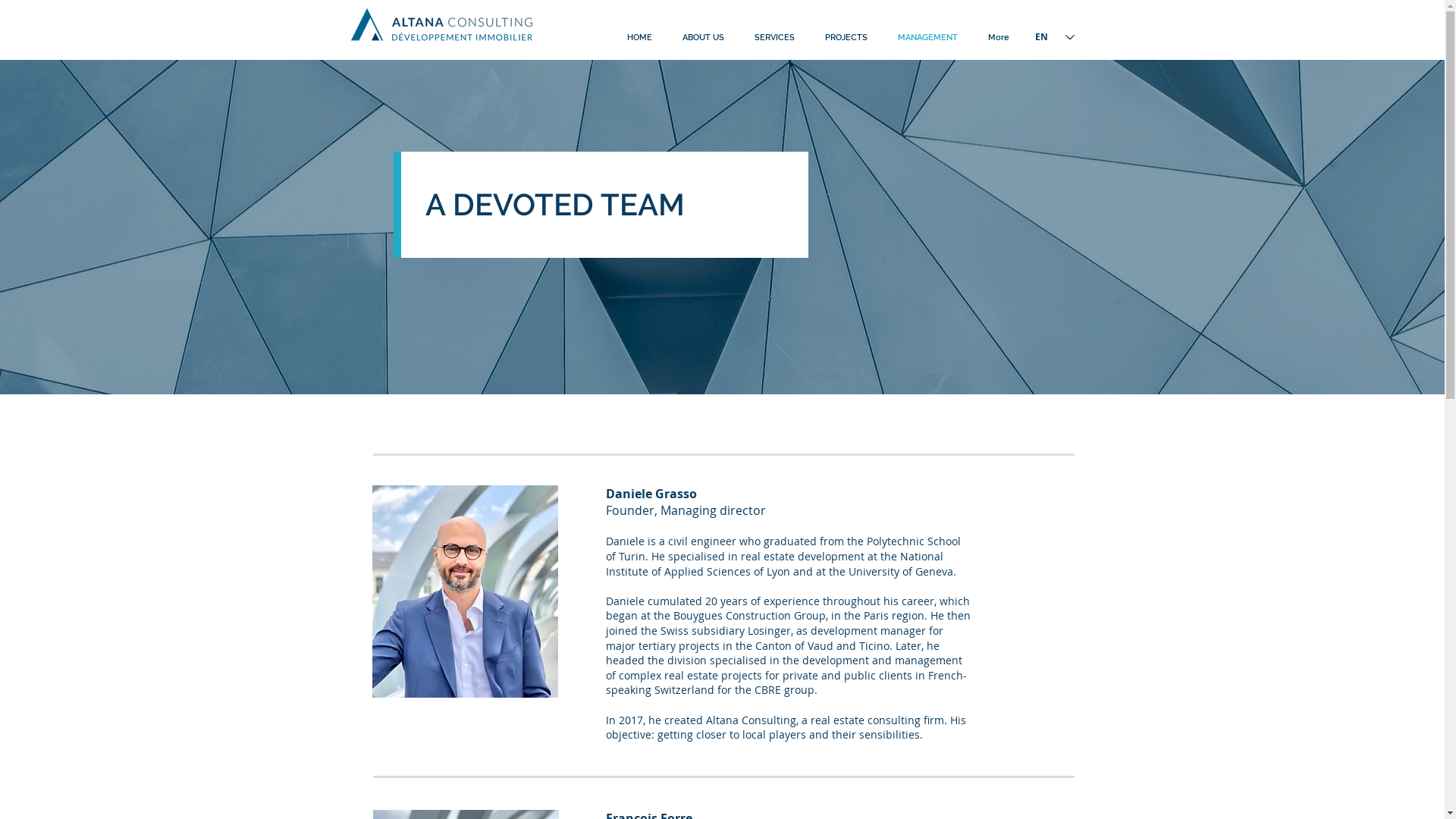 This screenshot has height=819, width=1456. What do you see at coordinates (667, 37) in the screenshot?
I see `'ABOUT US'` at bounding box center [667, 37].